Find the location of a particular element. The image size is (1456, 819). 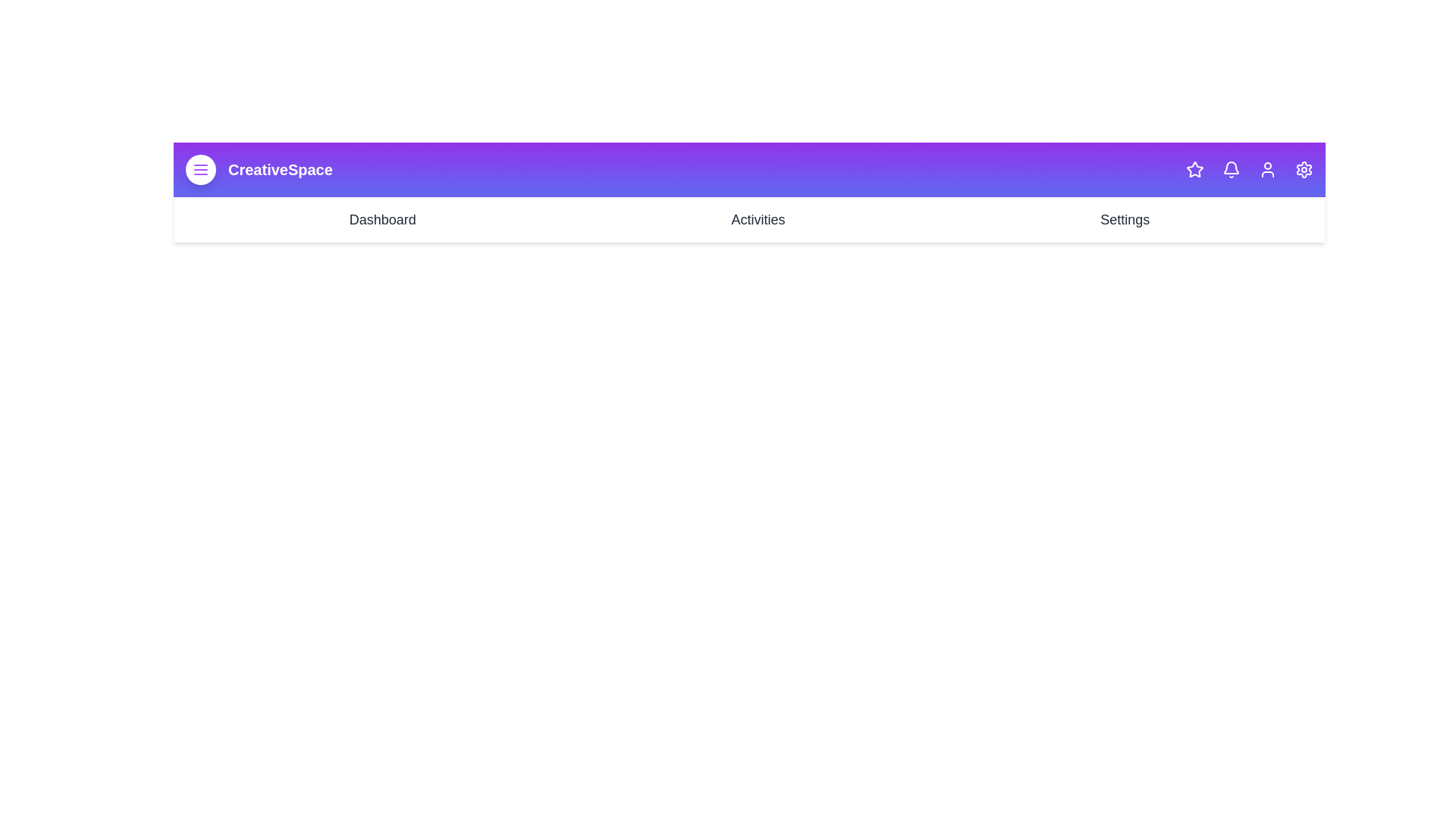

the 'Activities' button in the navigation bar is located at coordinates (758, 219).